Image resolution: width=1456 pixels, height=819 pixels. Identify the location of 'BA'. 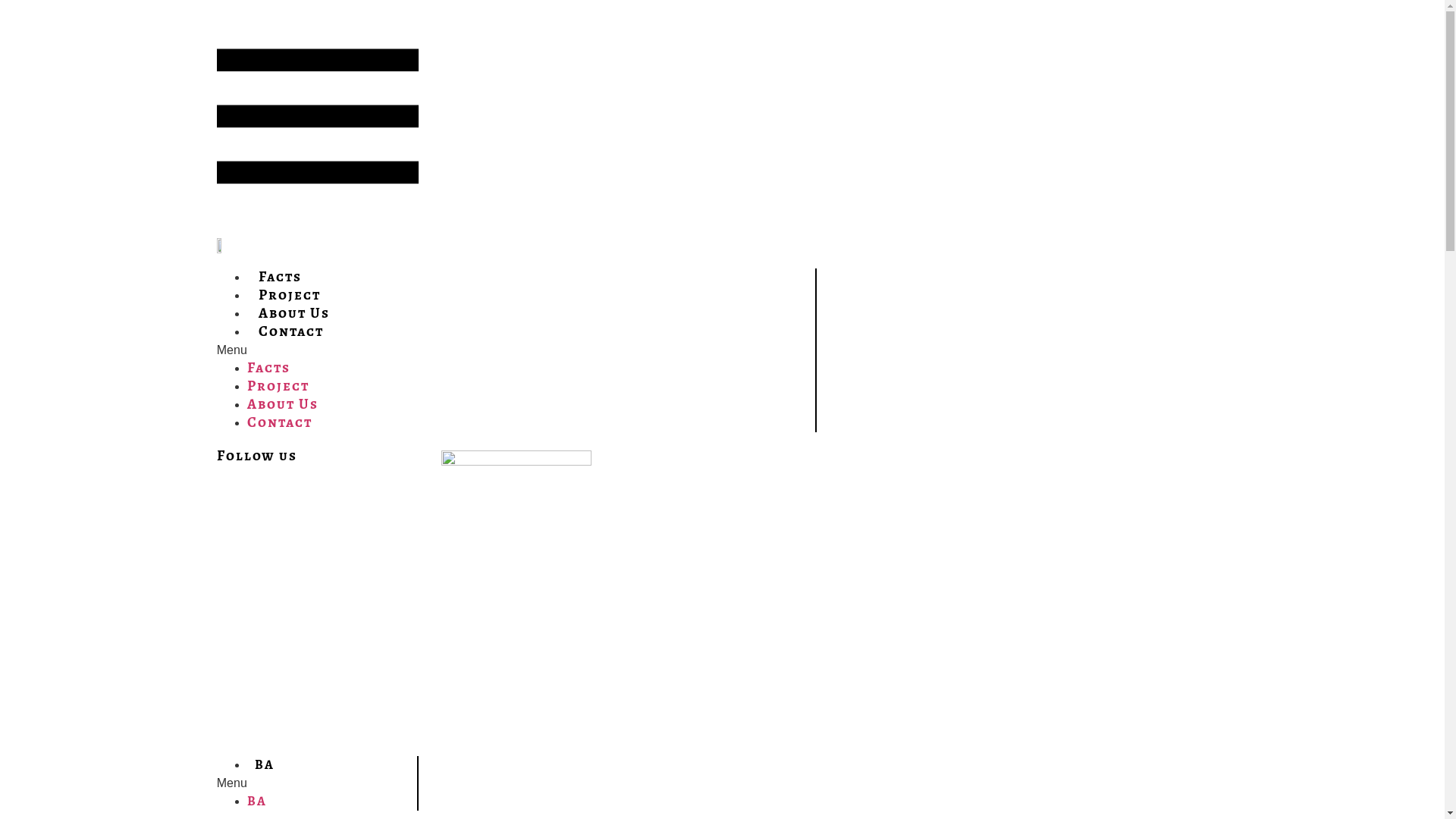
(265, 764).